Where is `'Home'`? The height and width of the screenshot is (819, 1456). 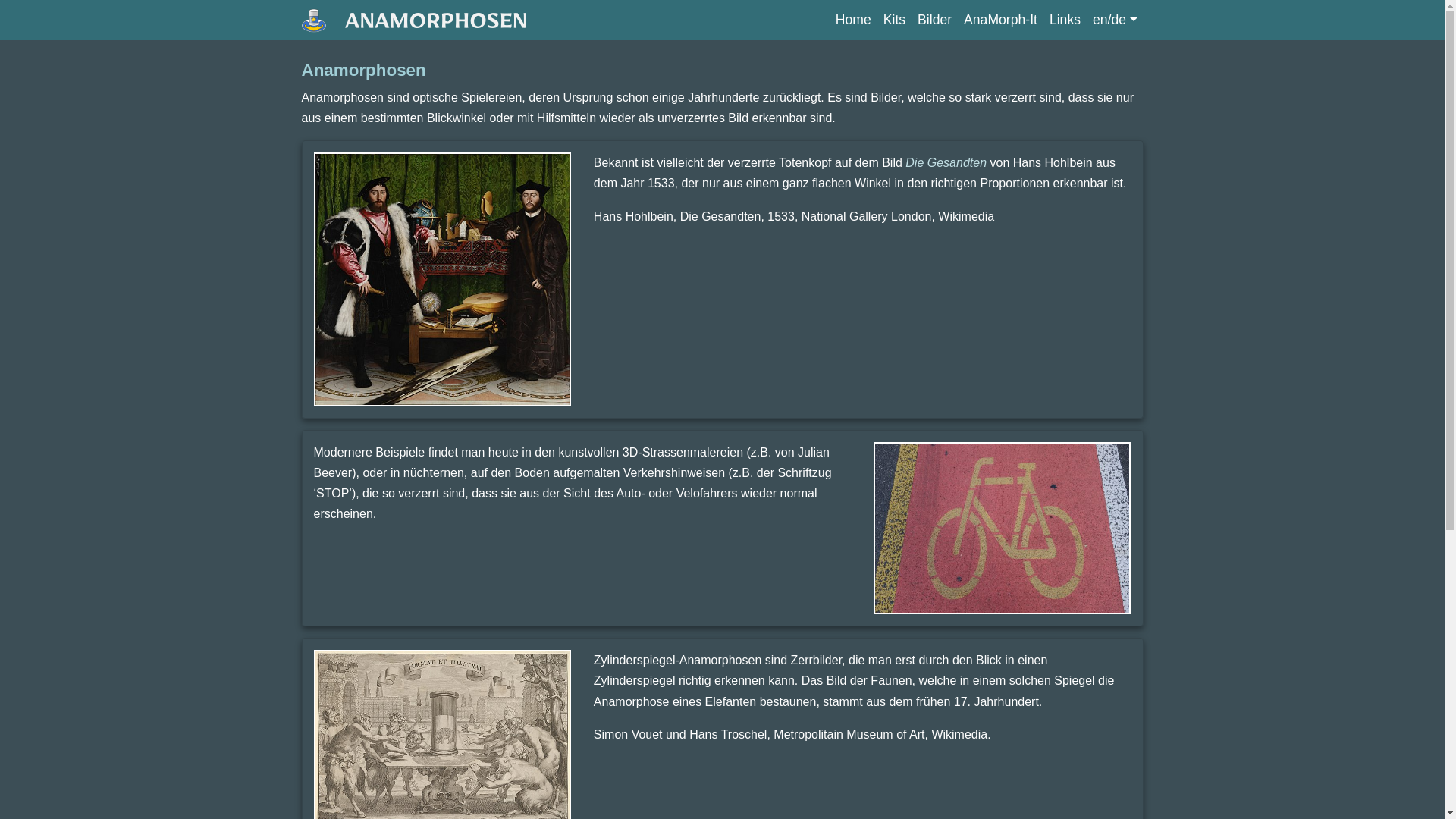
'Home' is located at coordinates (829, 20).